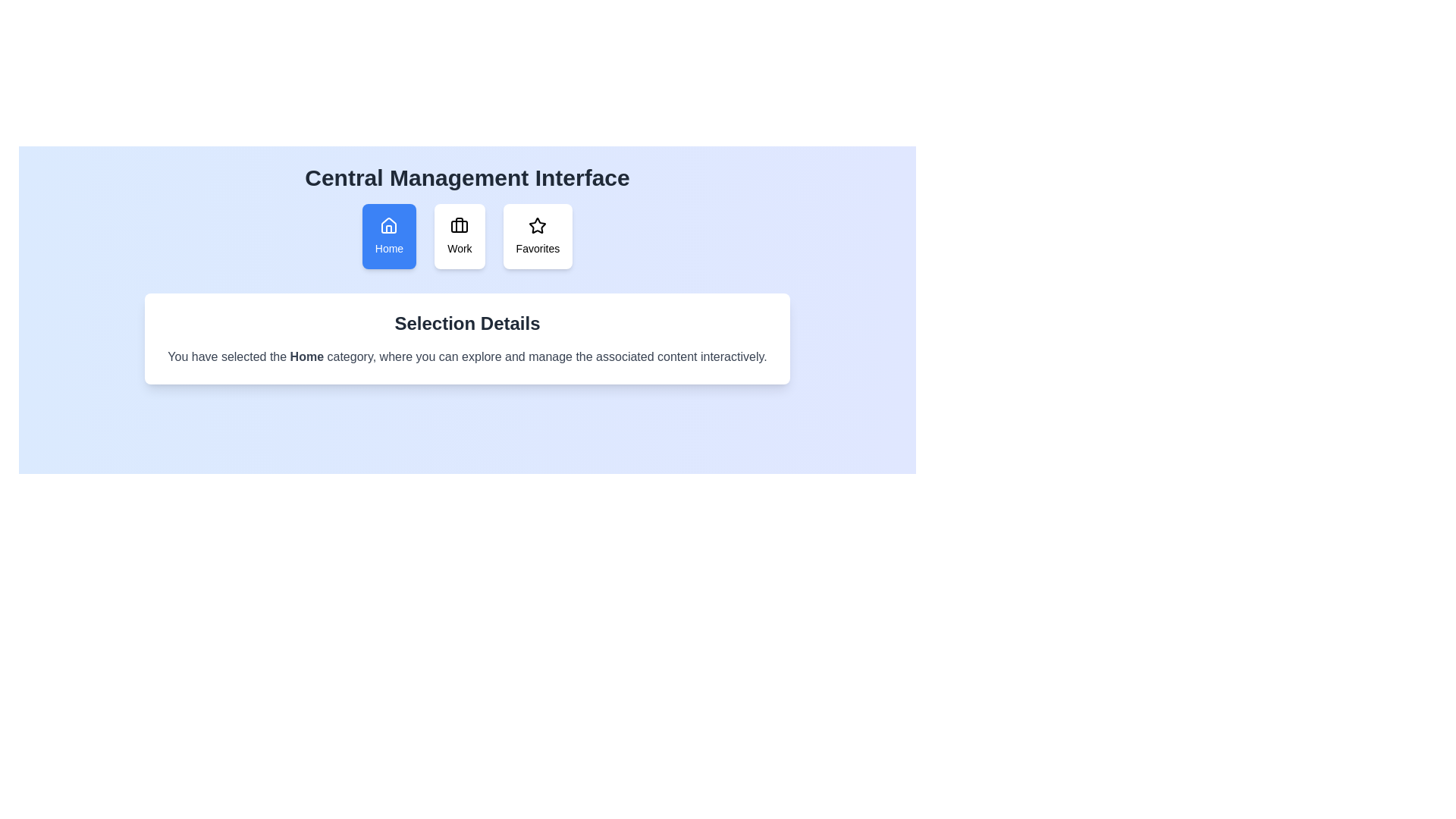 The image size is (1456, 819). What do you see at coordinates (538, 237) in the screenshot?
I see `the rounded rectangular button labeled 'Favorites' with a star icon, located in the top-right section of a horizontal row` at bounding box center [538, 237].